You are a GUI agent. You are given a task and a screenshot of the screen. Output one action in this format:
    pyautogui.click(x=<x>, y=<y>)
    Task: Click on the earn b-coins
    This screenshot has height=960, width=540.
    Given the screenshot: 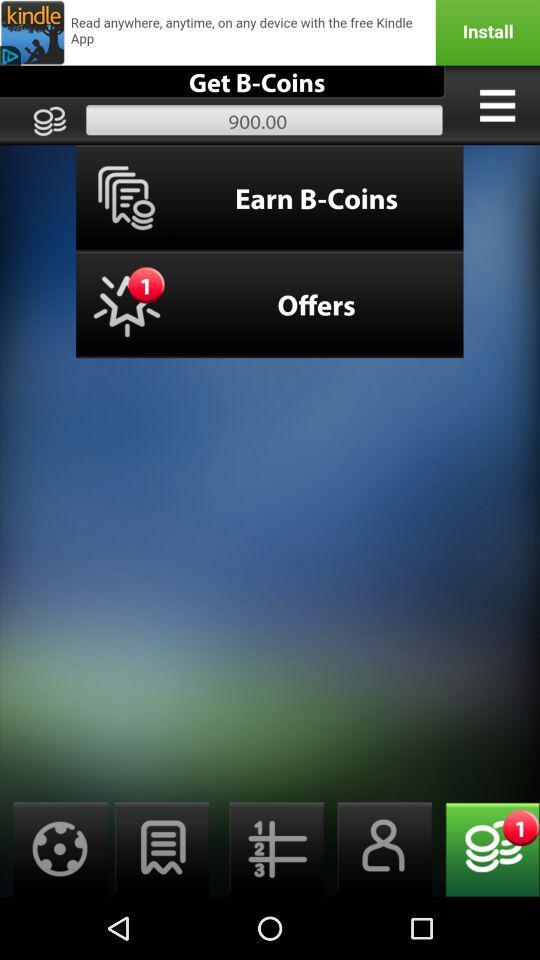 What is the action you would take?
    pyautogui.click(x=270, y=31)
    